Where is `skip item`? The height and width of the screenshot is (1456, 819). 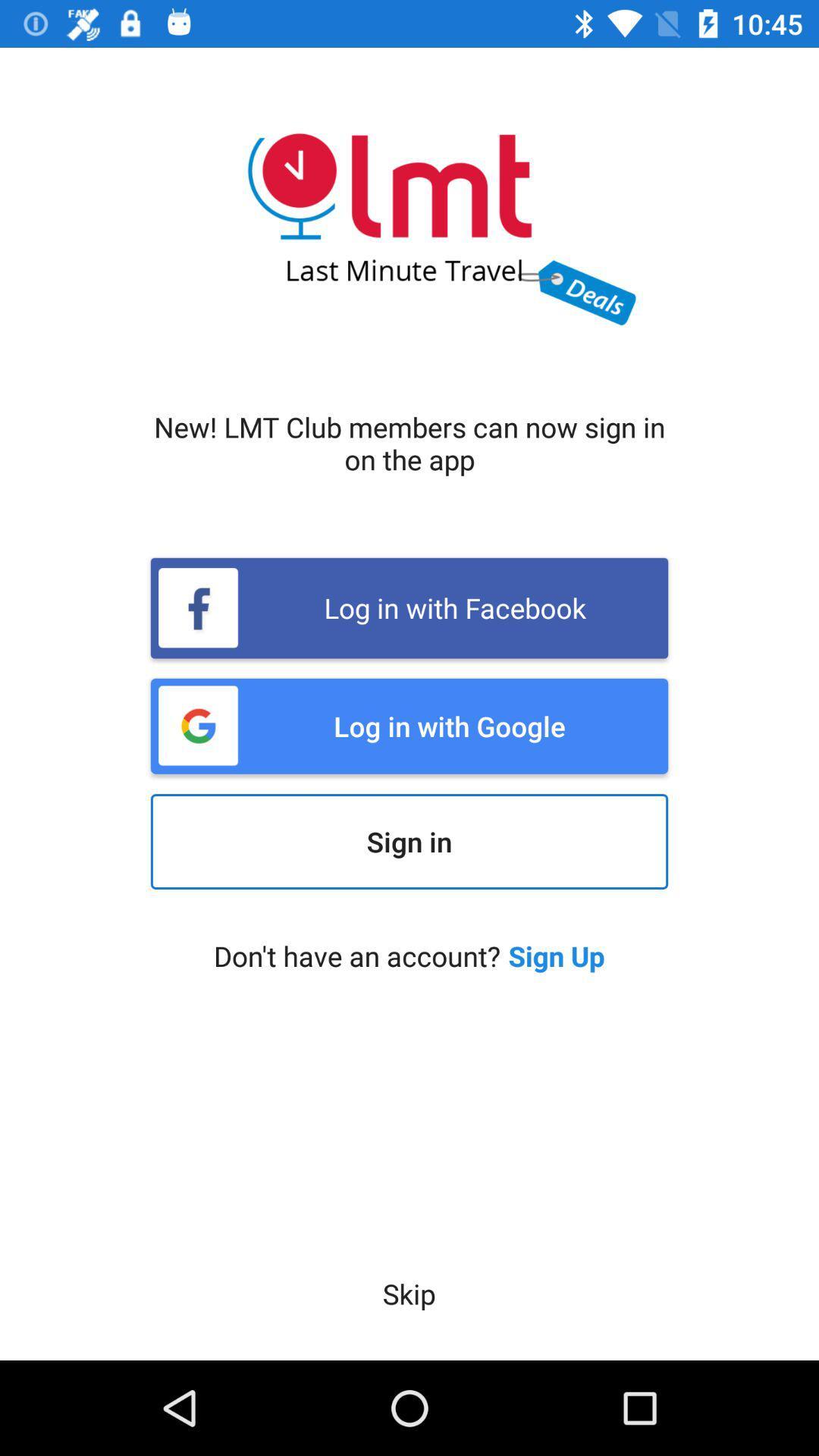 skip item is located at coordinates (408, 1293).